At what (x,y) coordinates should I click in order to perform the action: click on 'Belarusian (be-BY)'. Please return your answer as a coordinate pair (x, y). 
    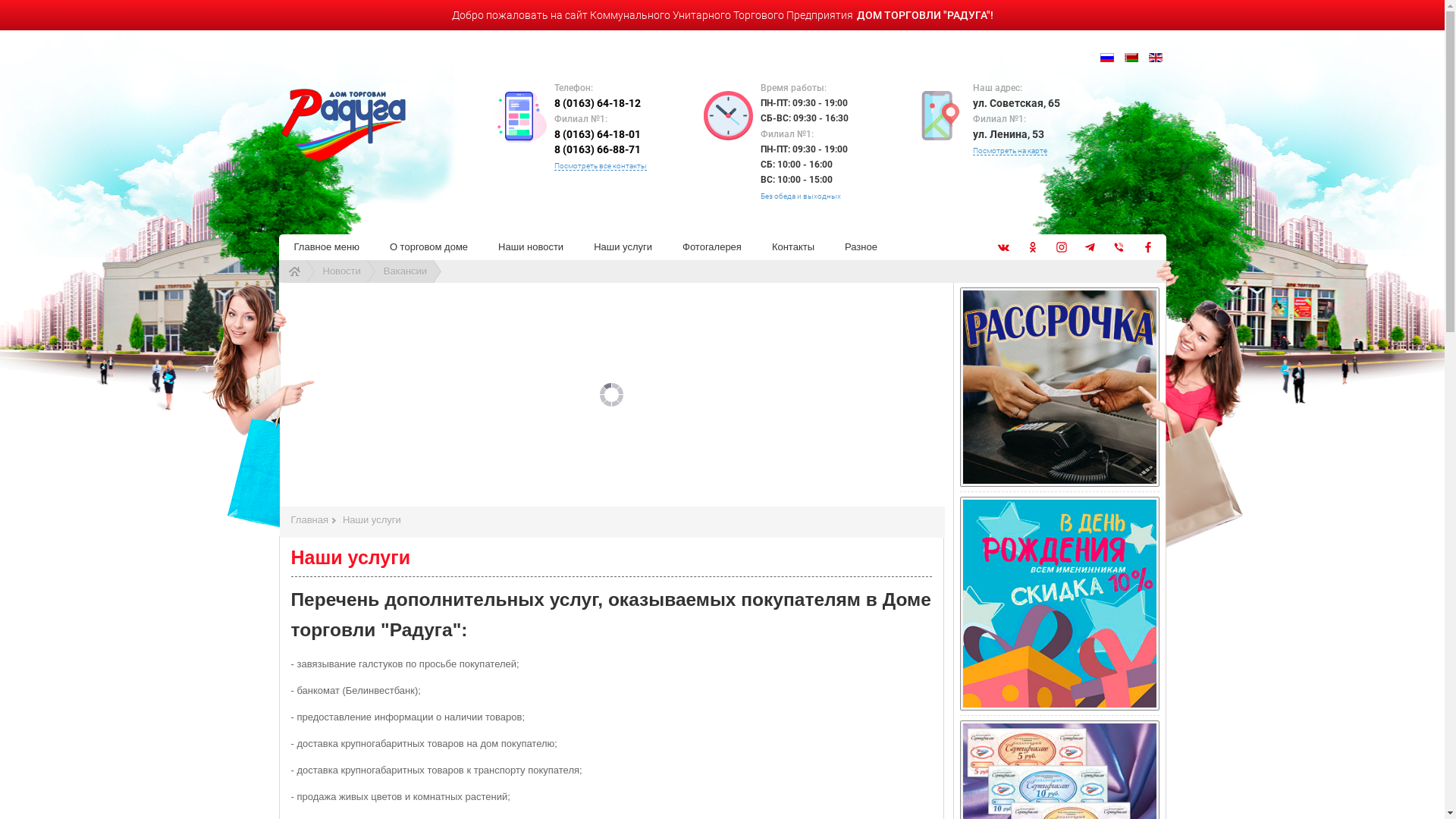
    Looking at the image, I should click on (1131, 57).